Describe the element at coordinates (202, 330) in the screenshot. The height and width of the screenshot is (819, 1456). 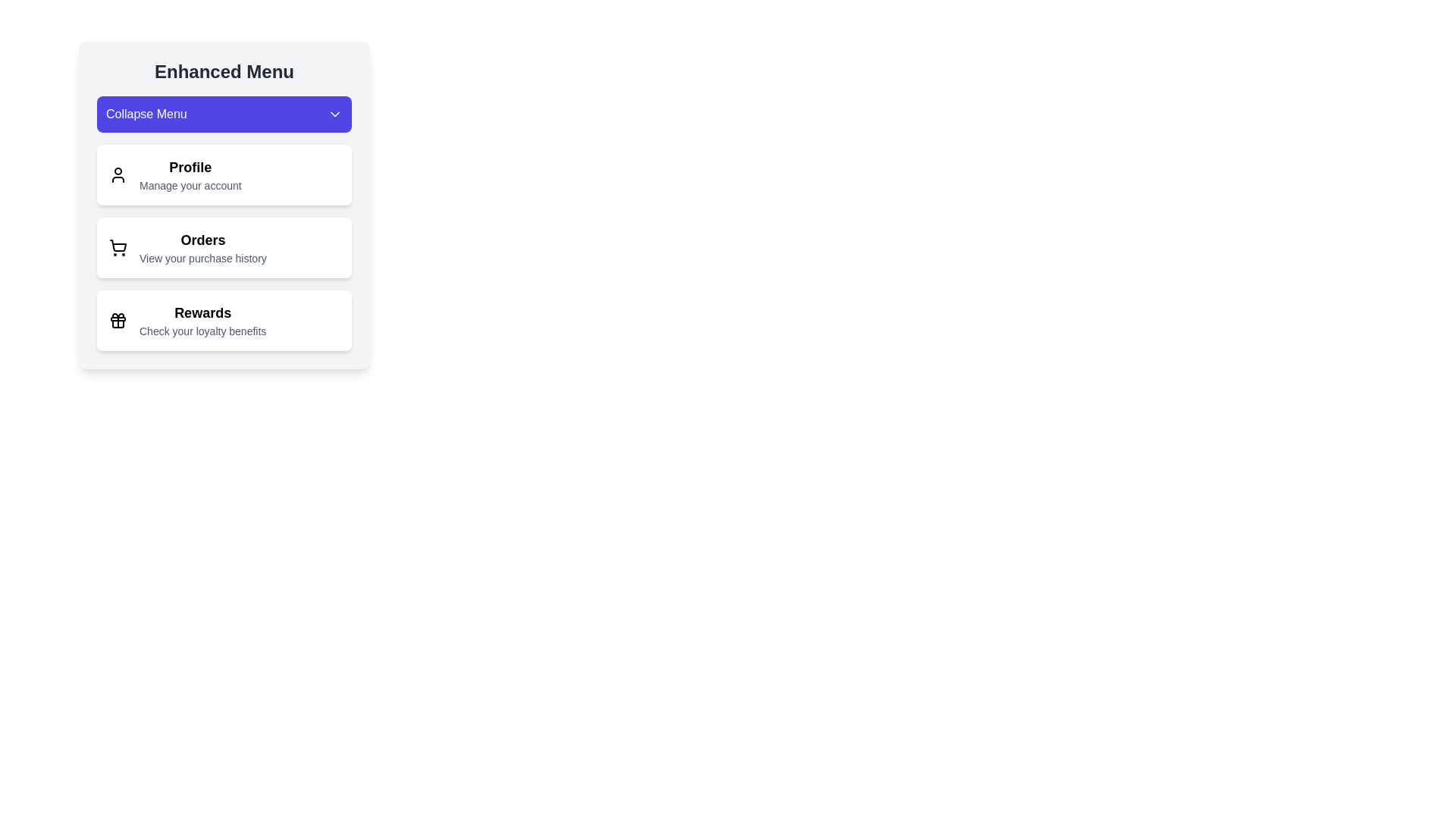
I see `the text label displaying 'Check your loyalty benefits', which is located below the 'Rewards' text and is part of a menu item in a vertically structured interface` at that location.